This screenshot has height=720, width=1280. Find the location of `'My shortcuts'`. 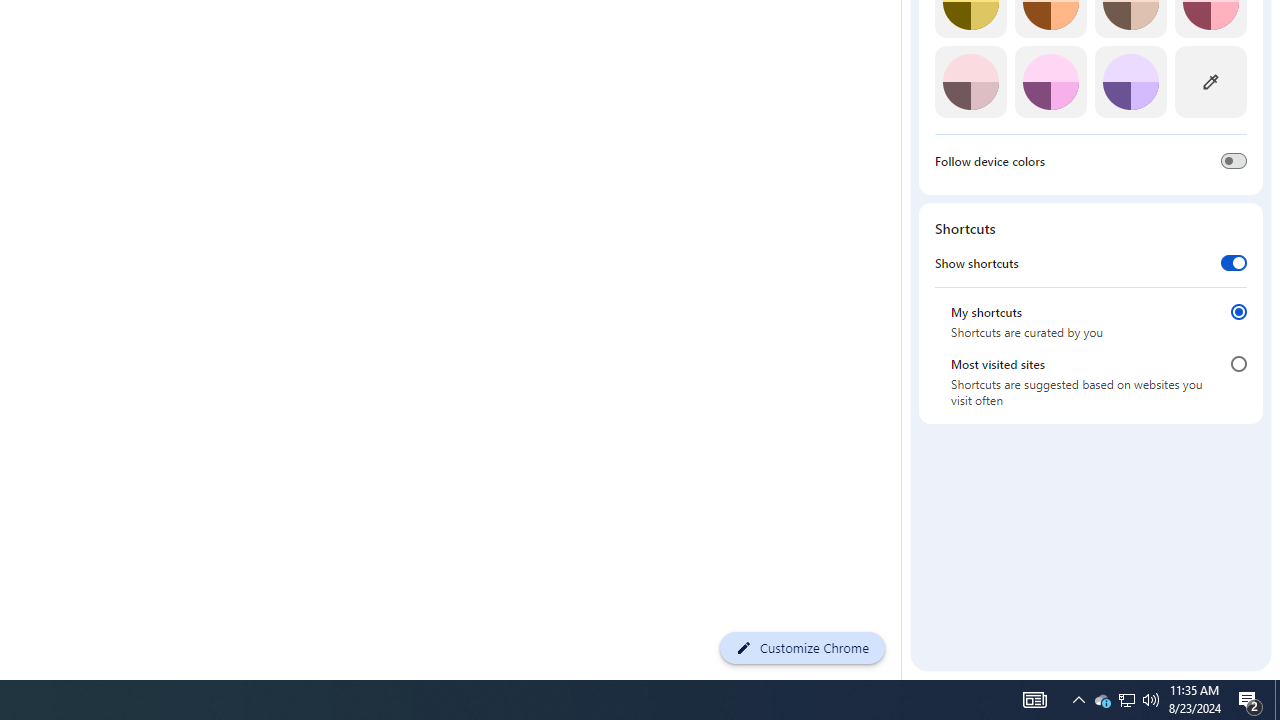

'My shortcuts' is located at coordinates (1238, 311).